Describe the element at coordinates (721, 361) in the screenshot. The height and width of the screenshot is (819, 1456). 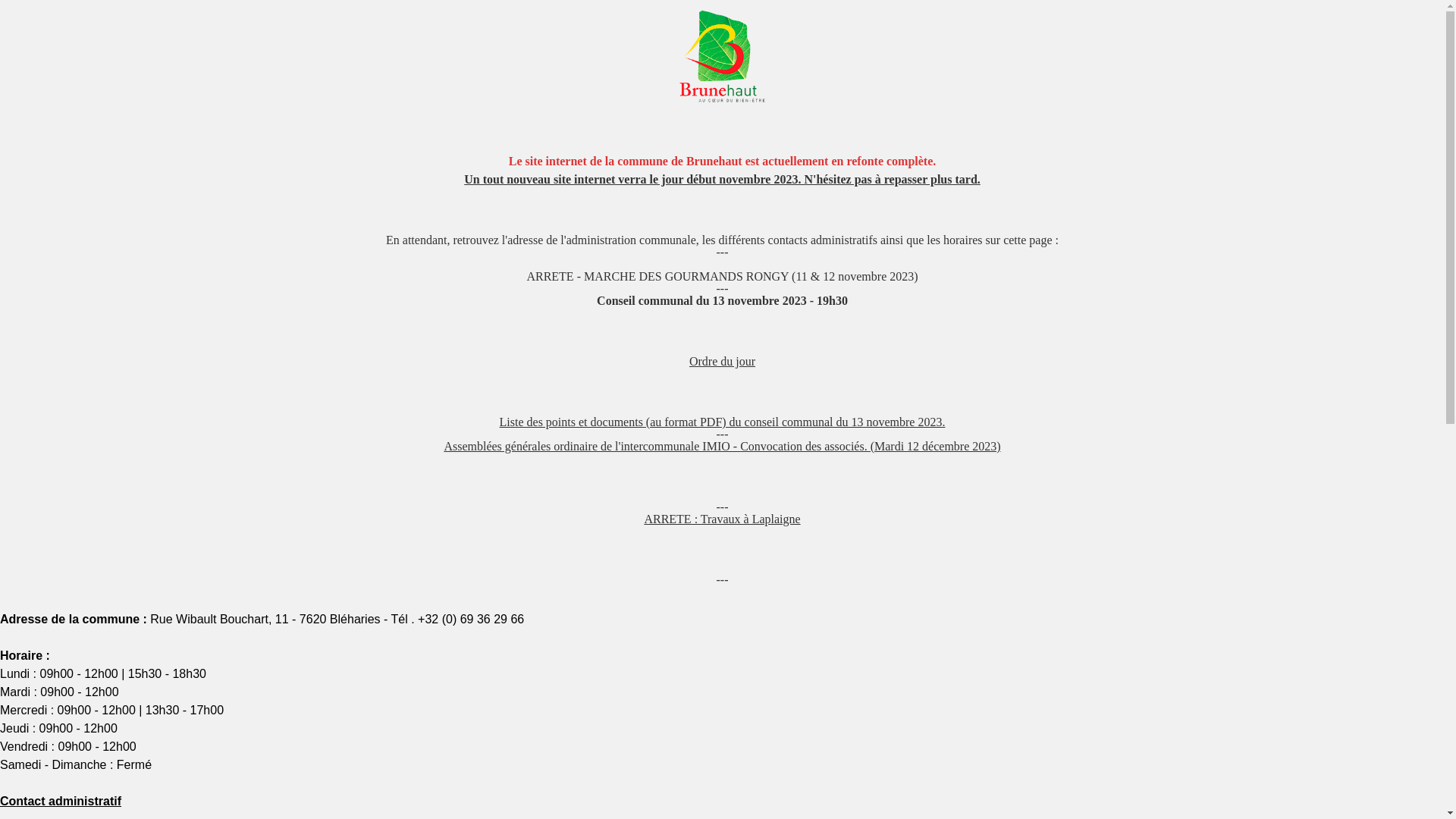
I see `'Ordre du jour'` at that location.